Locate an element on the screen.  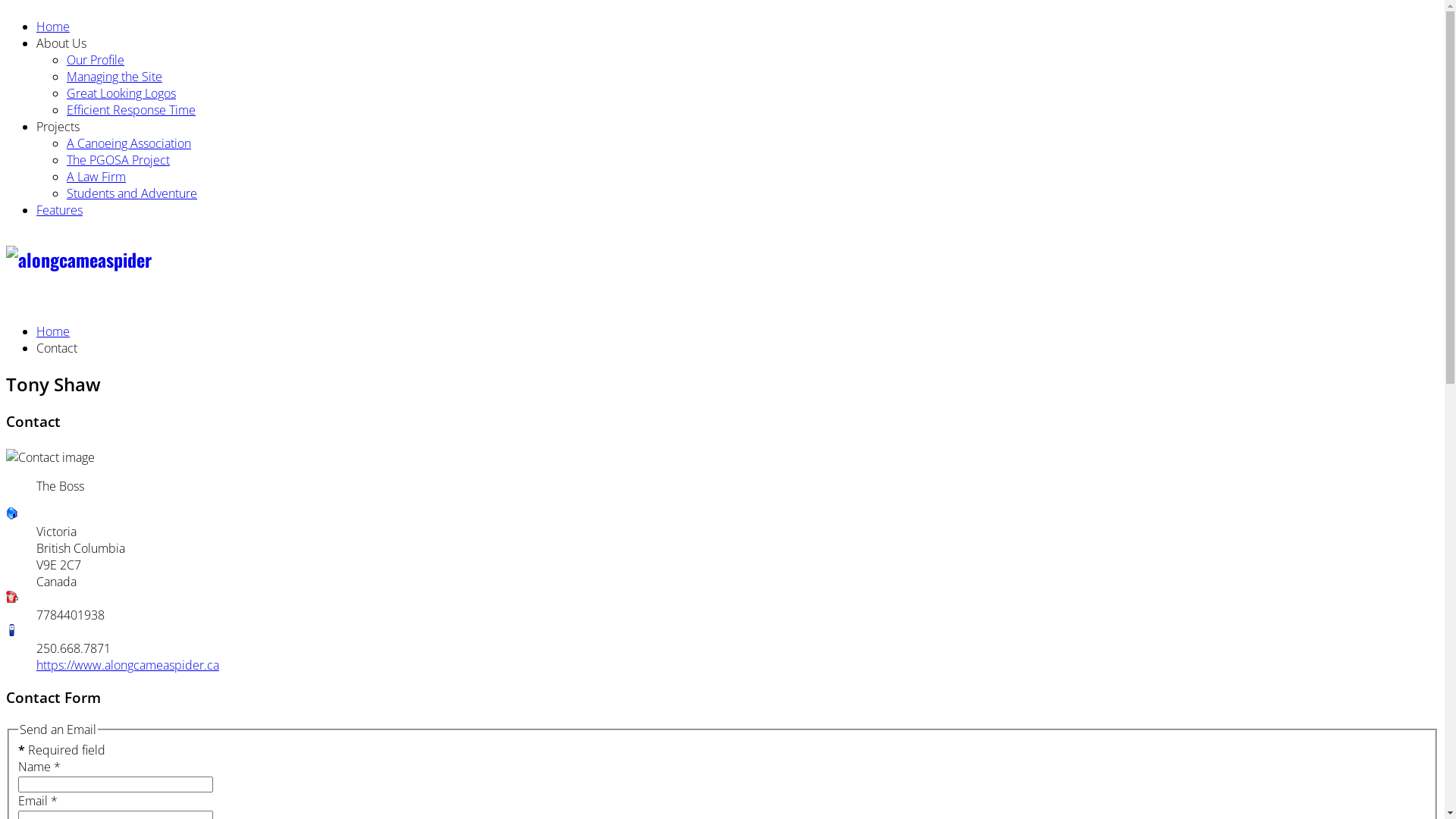
'The PGOSA Project' is located at coordinates (65, 160).